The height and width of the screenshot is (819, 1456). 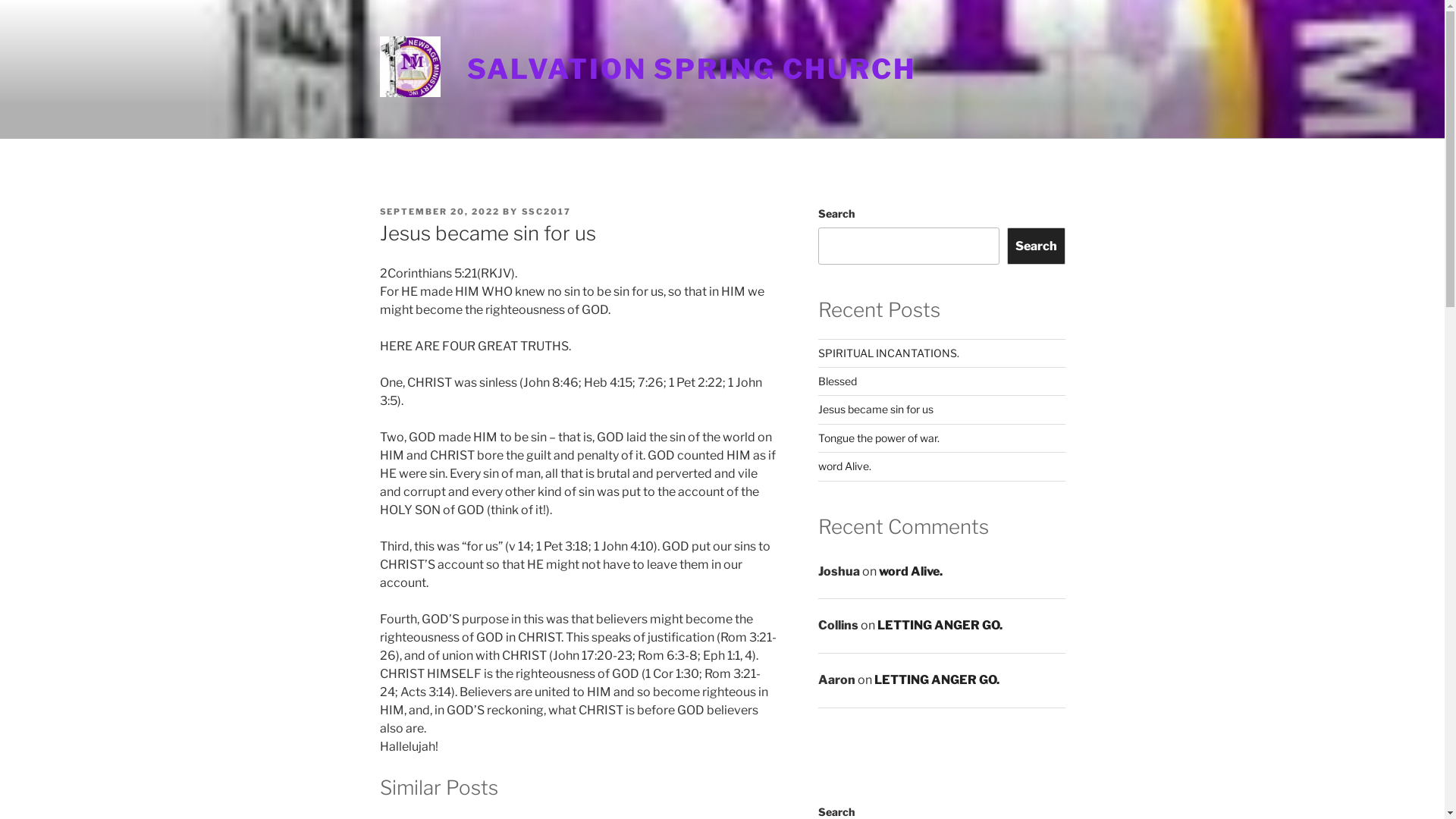 What do you see at coordinates (521, 211) in the screenshot?
I see `'SSC2017'` at bounding box center [521, 211].